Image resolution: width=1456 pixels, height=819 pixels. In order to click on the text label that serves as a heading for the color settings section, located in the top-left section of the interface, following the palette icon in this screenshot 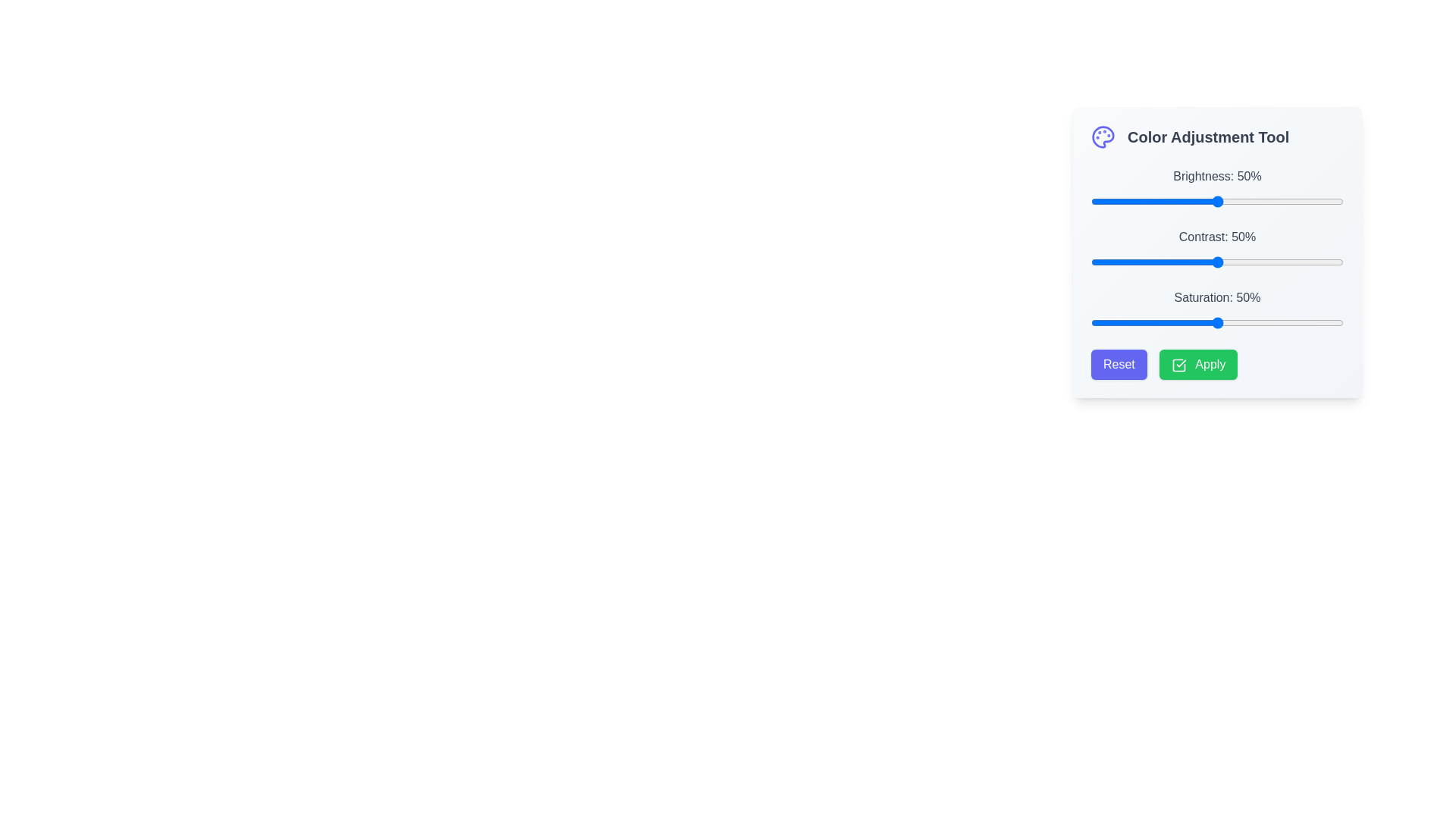, I will do `click(1207, 137)`.